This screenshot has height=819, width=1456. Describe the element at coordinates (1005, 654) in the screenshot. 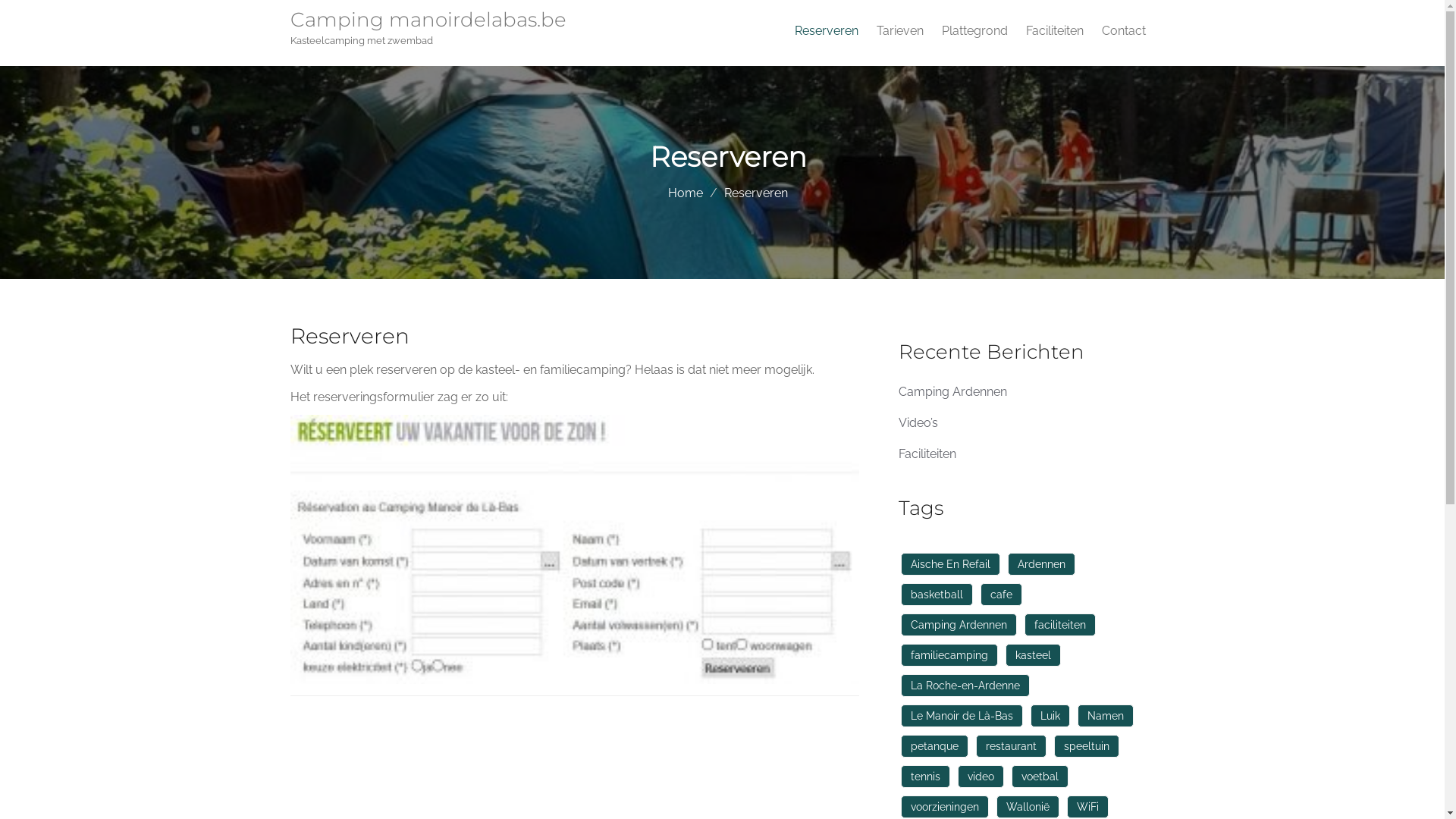

I see `'kasteel'` at that location.